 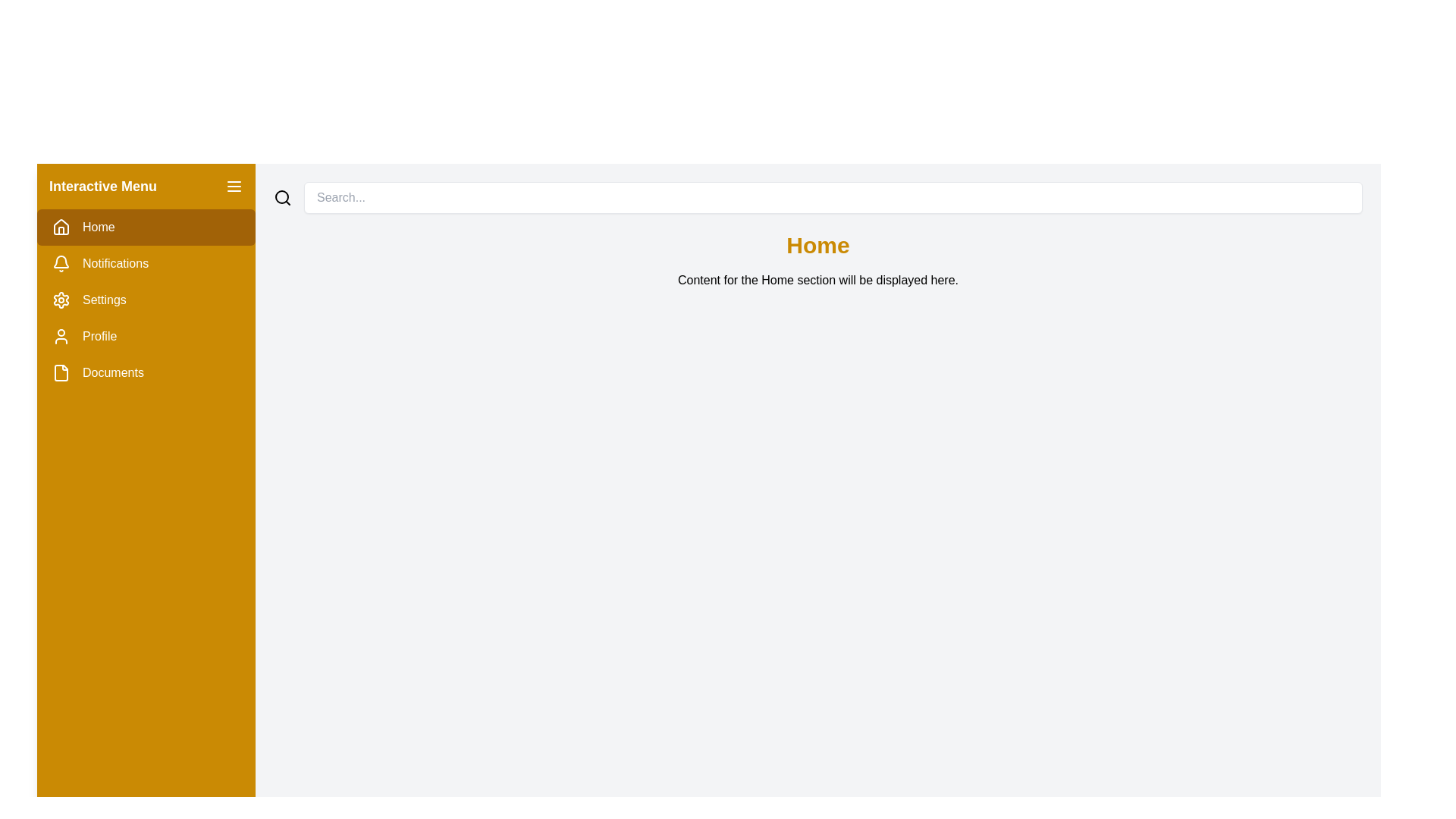 I want to click on the Text Label that indicates the purpose of the side menu, located at the top-left section of the interface, so click(x=102, y=186).